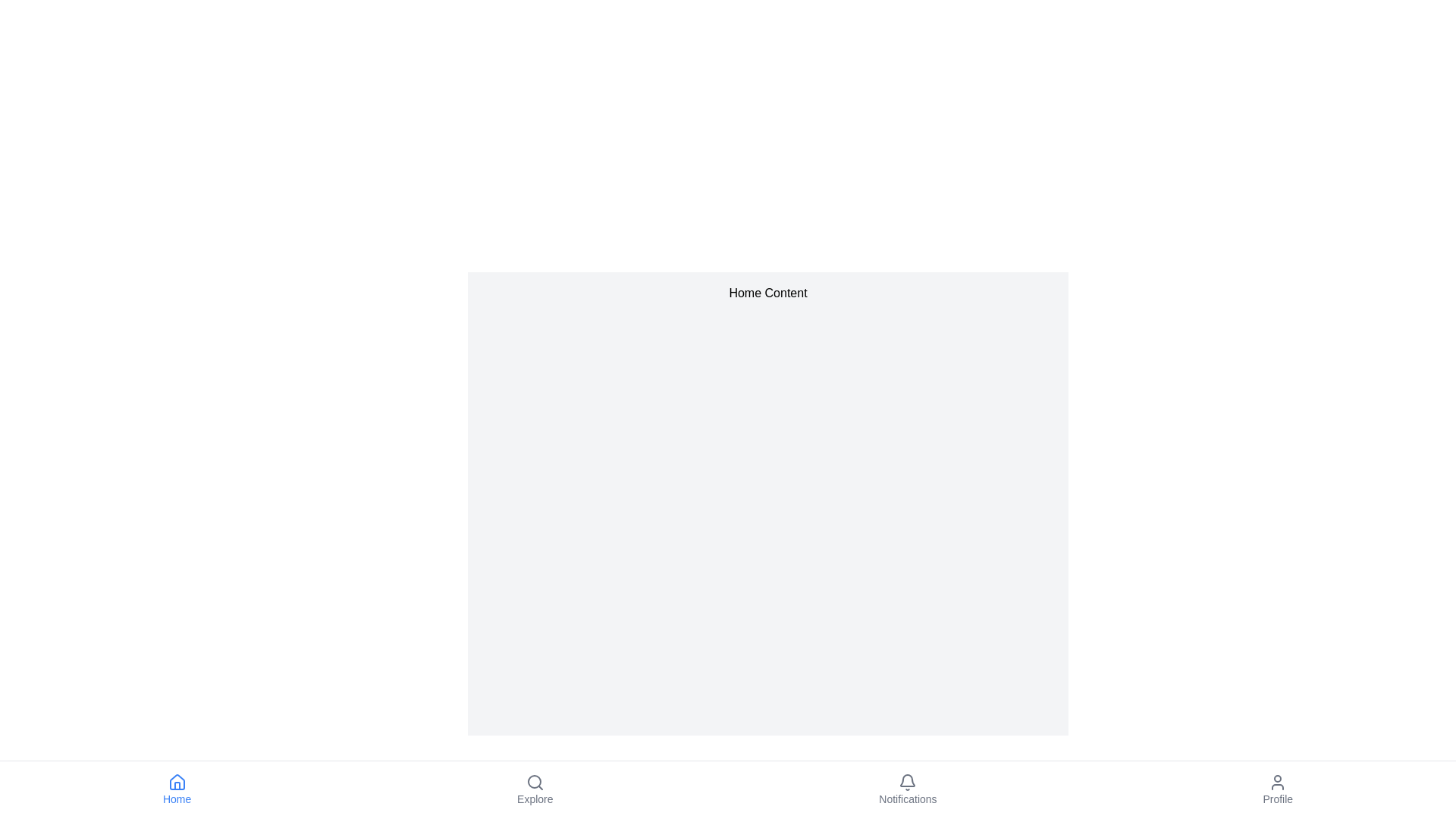  Describe the element at coordinates (535, 783) in the screenshot. I see `the search icon in the bottom navigation bar, second from the left` at that location.